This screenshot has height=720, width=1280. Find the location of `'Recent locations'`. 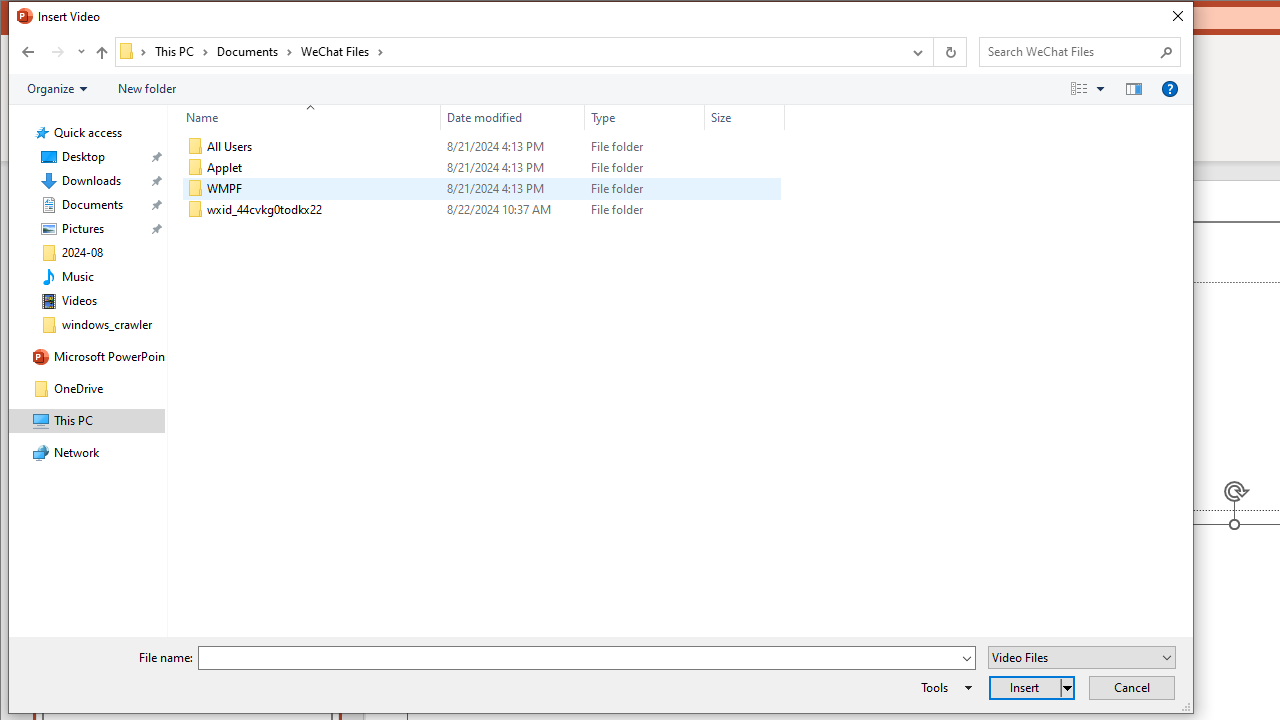

'Recent locations' is located at coordinates (80, 50).